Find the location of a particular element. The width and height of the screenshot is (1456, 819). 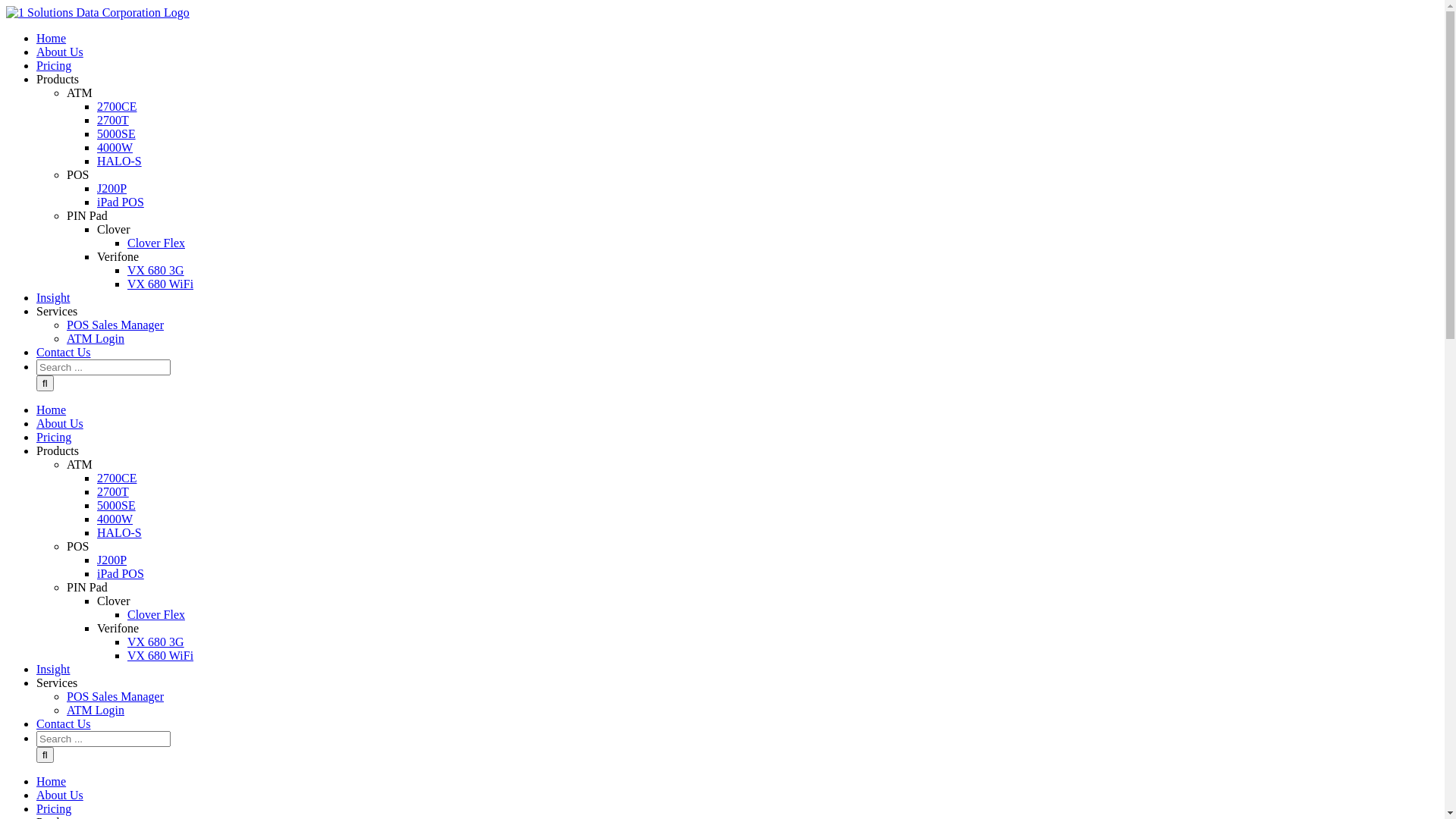

'About Us' is located at coordinates (36, 423).